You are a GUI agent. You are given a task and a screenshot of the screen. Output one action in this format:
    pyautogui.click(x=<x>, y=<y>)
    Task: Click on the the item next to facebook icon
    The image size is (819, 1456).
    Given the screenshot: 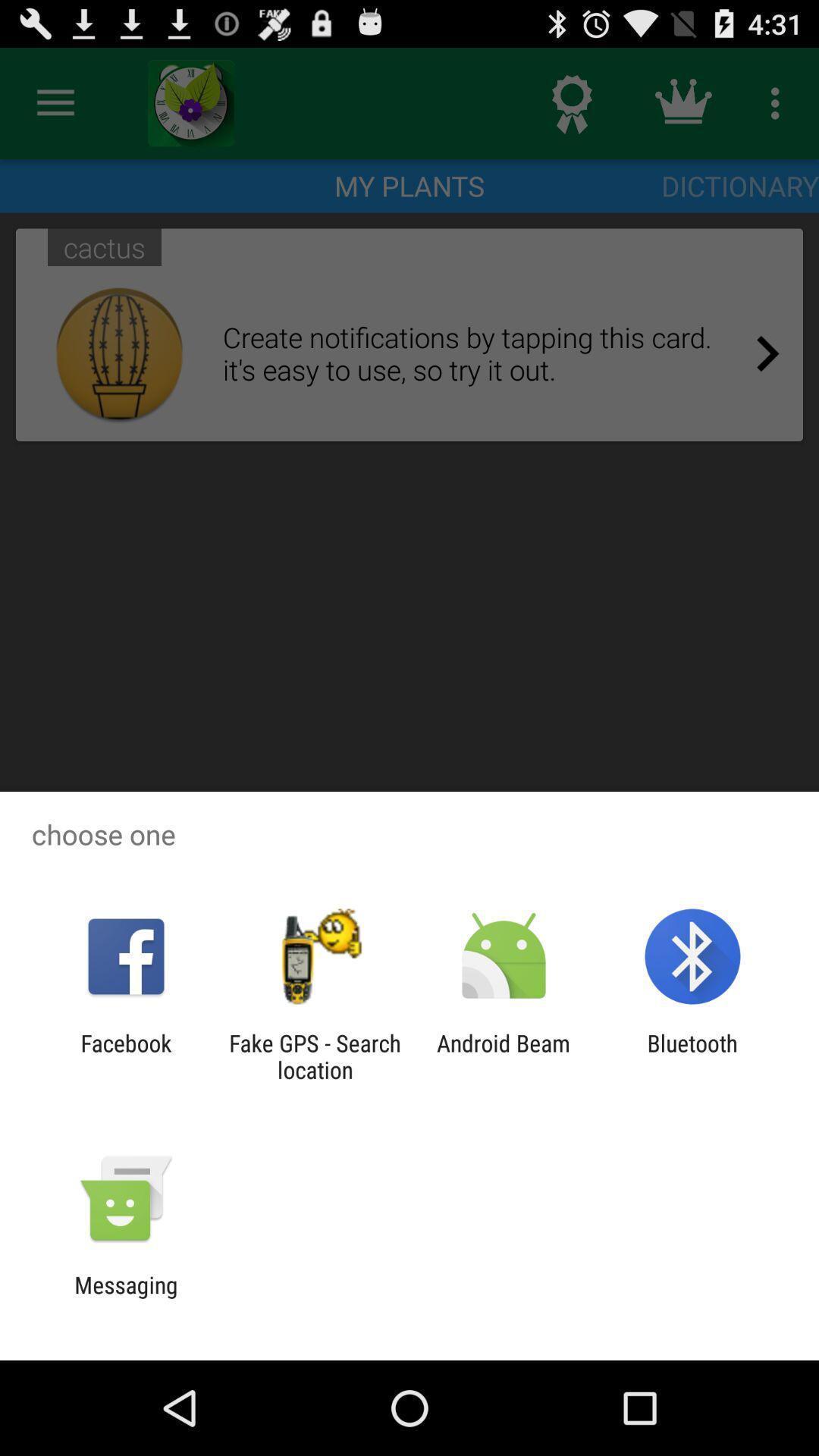 What is the action you would take?
    pyautogui.click(x=314, y=1056)
    